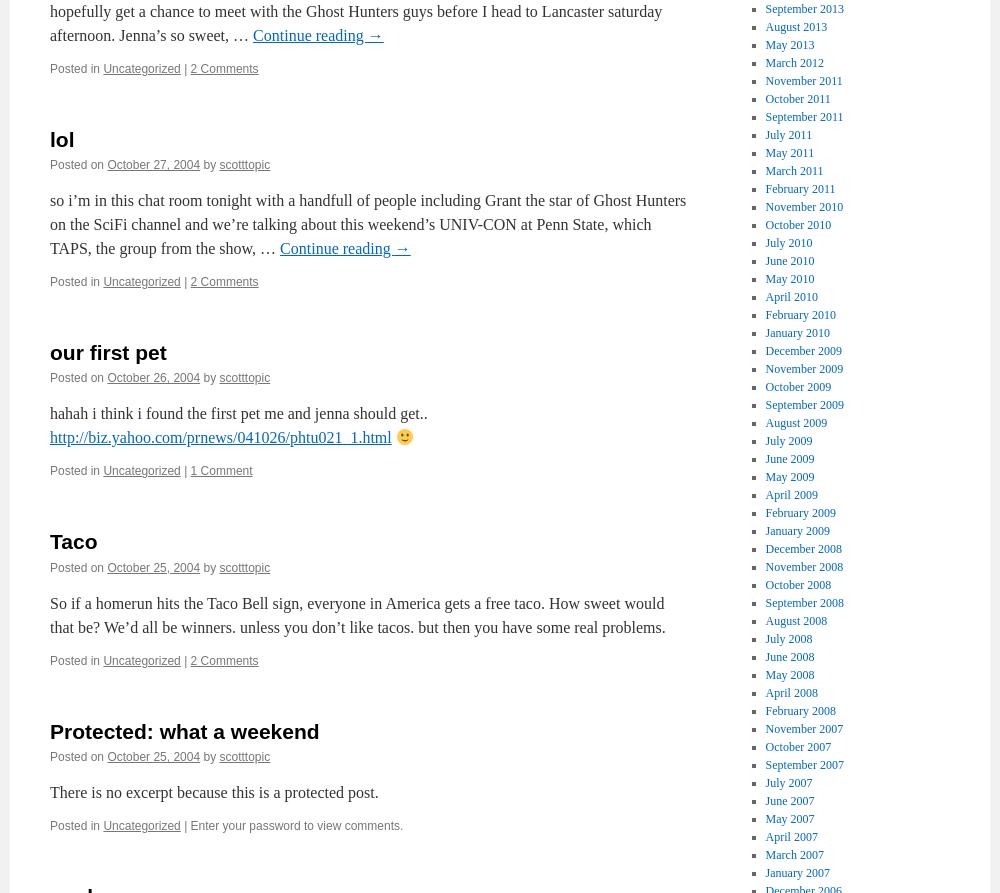  Describe the element at coordinates (367, 223) in the screenshot. I see `'so i’m in this chat room tonight with a handfull of people including Grant the star of Ghost Hunters on the SciFi channel and we’re talking about this weekend’s UNIV-CON at Penn State, which TAPS, the group from the show, …'` at that location.